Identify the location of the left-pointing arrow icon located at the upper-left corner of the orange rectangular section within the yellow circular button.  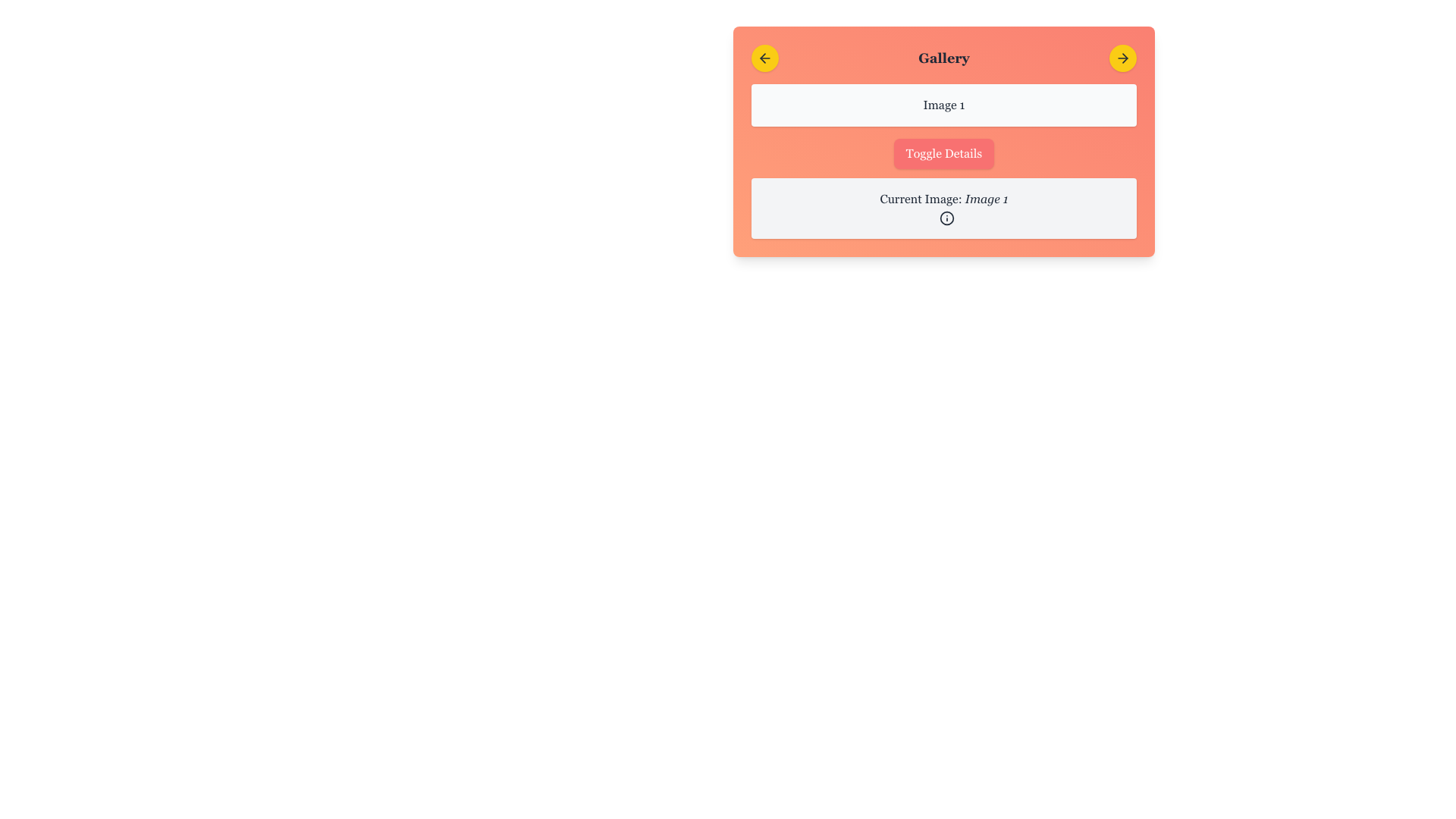
(764, 58).